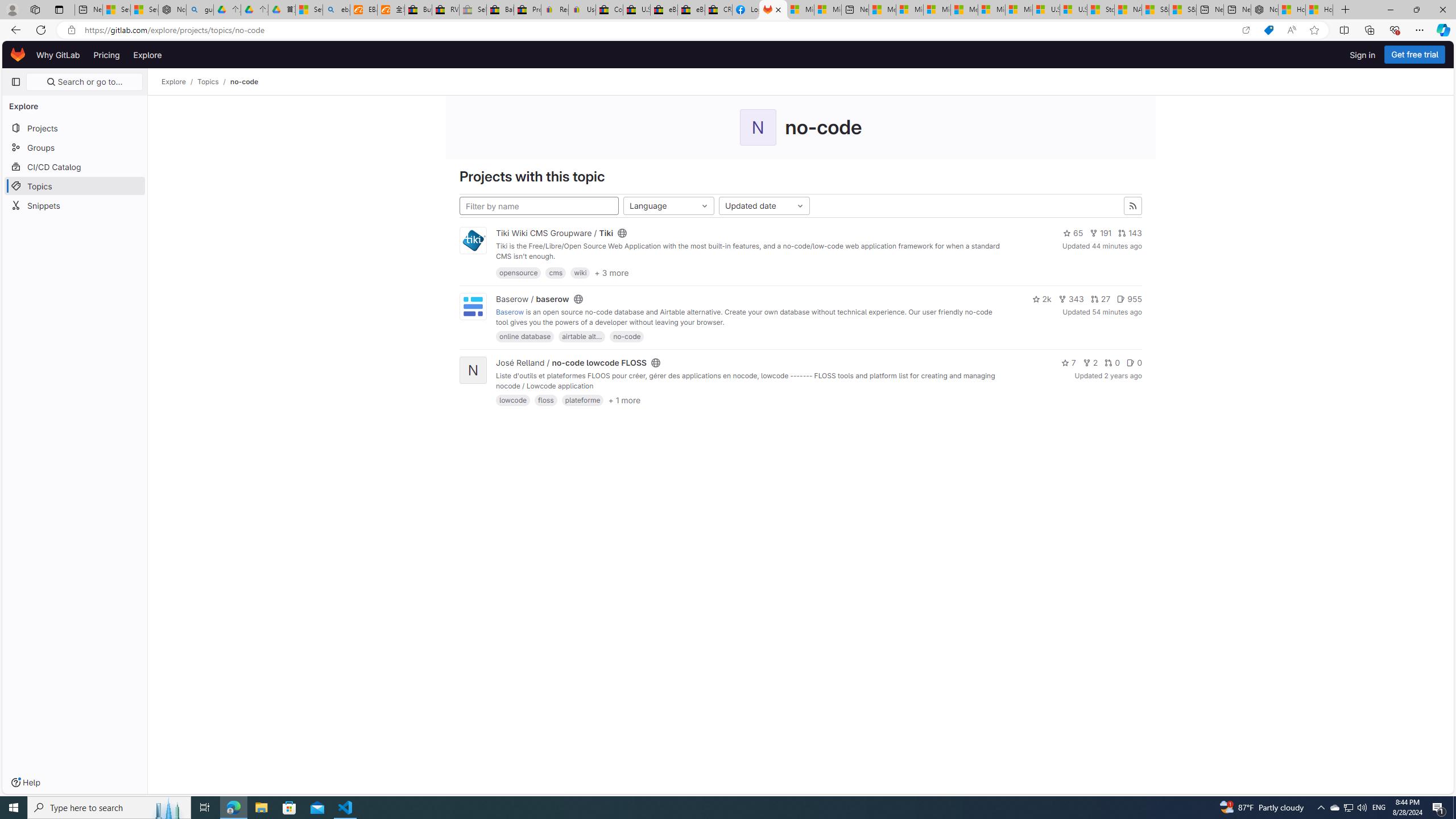 Image resolution: width=1456 pixels, height=819 pixels. What do you see at coordinates (74, 205) in the screenshot?
I see `'Snippets'` at bounding box center [74, 205].